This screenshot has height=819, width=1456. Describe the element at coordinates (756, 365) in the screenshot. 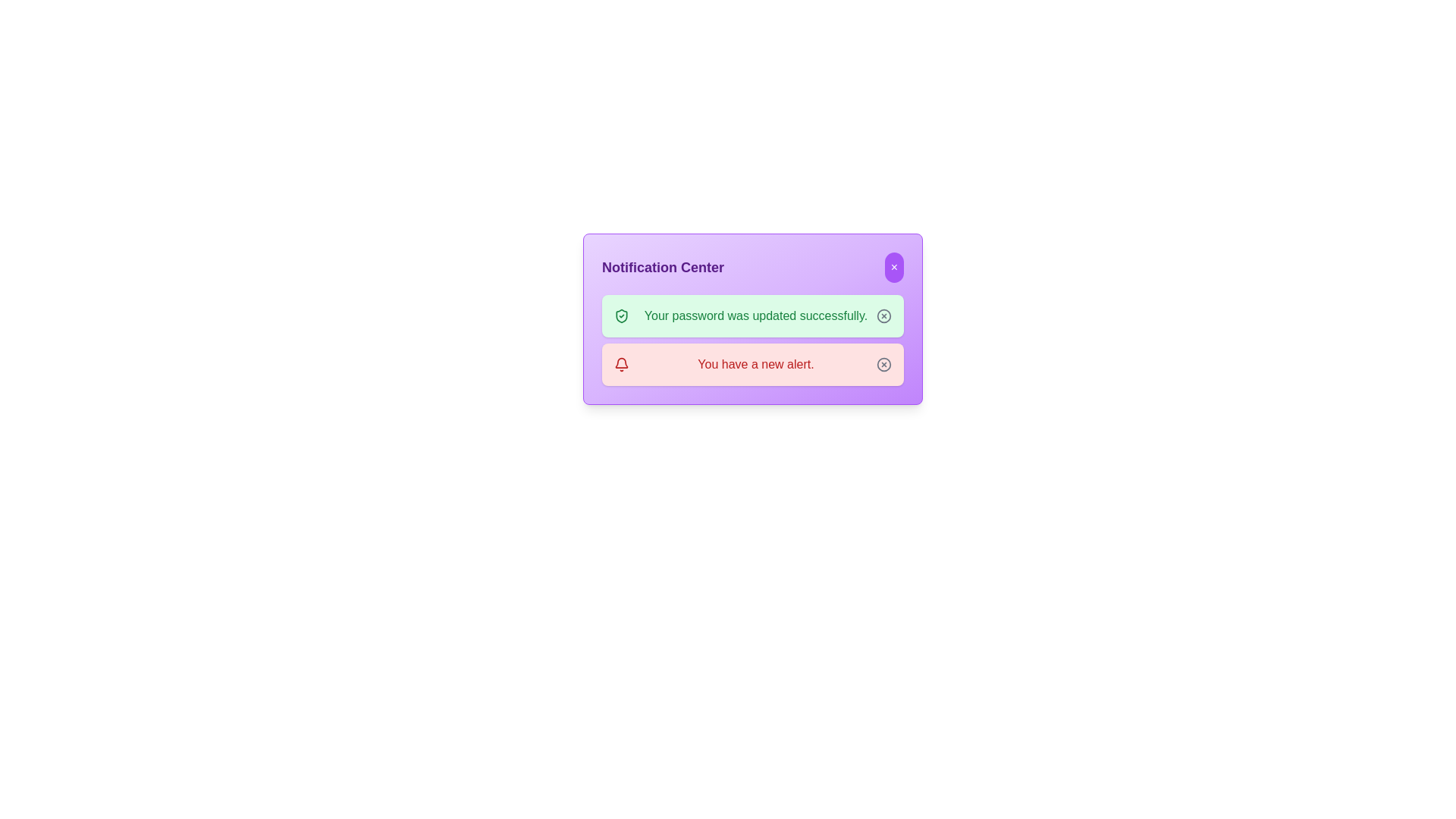

I see `the text label that provides the alert message in the lower notification box of the 'Notification Center', positioned to the right of the bell icon` at that location.